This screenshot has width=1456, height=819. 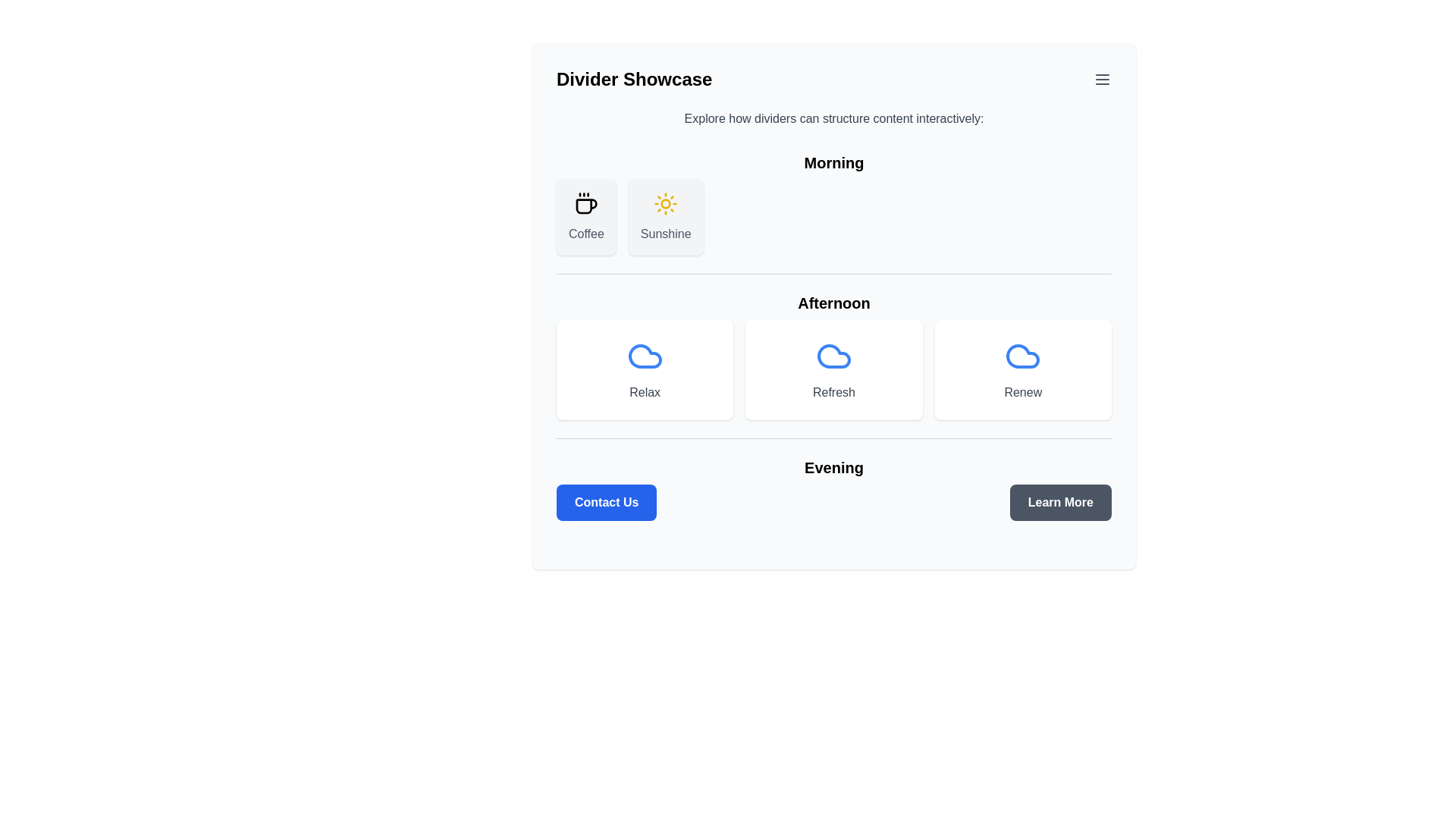 I want to click on the text header displaying the word 'Evening' in bold font, which is centered above the 'Contact Us' and 'Learn More' buttons, so click(x=833, y=467).